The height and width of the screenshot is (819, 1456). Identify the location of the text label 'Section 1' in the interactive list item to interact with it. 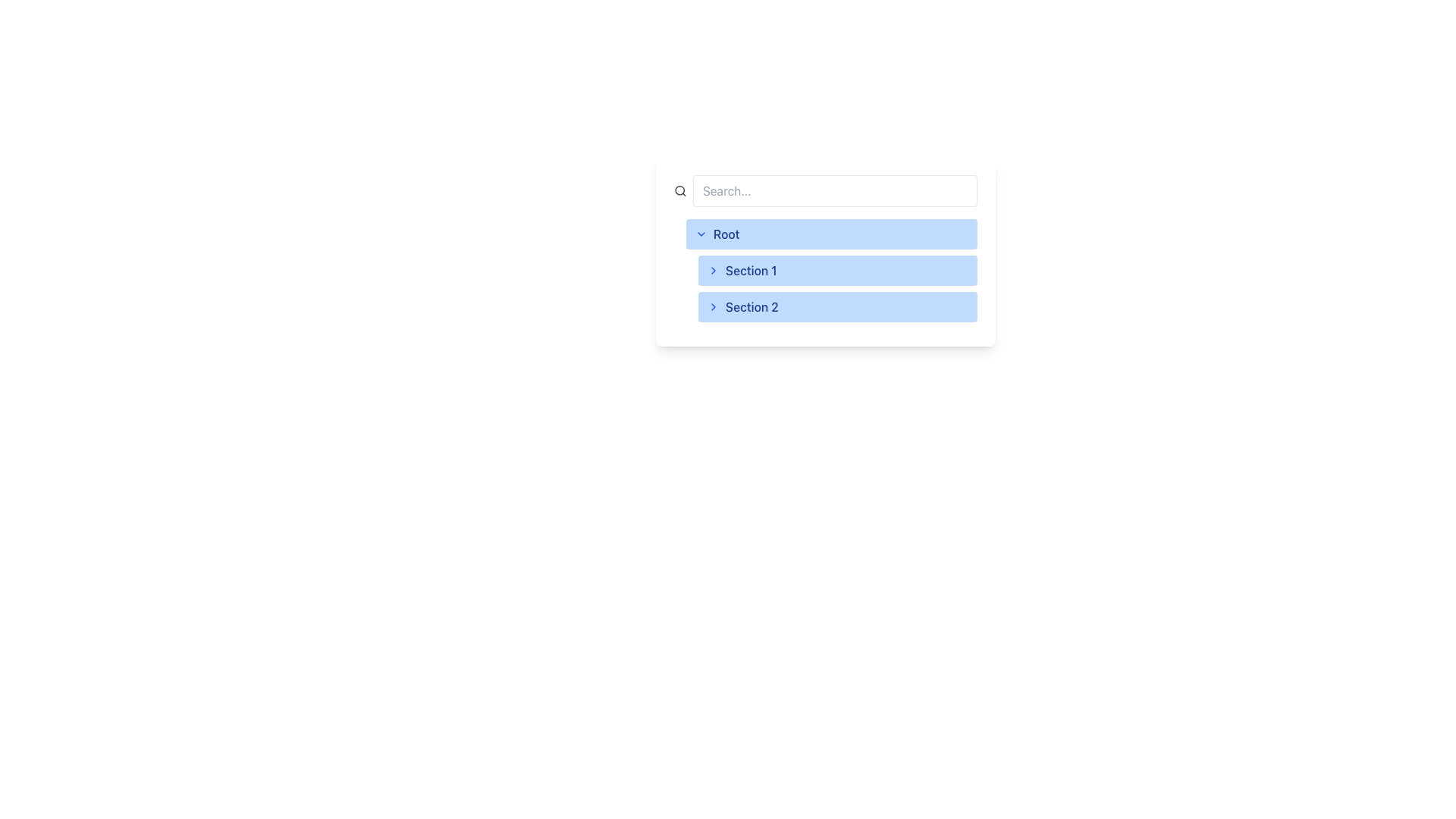
(742, 270).